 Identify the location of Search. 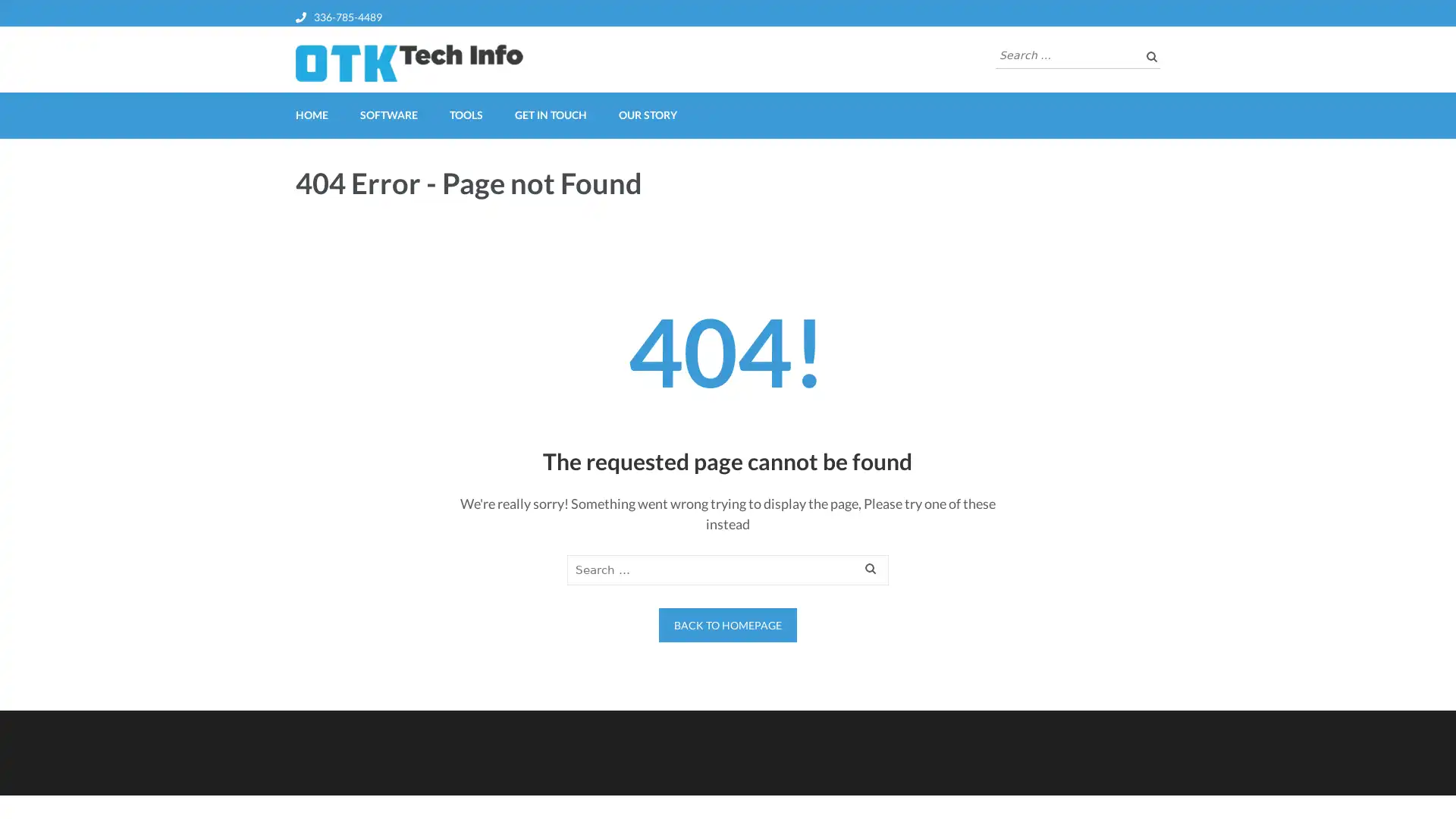
(871, 570).